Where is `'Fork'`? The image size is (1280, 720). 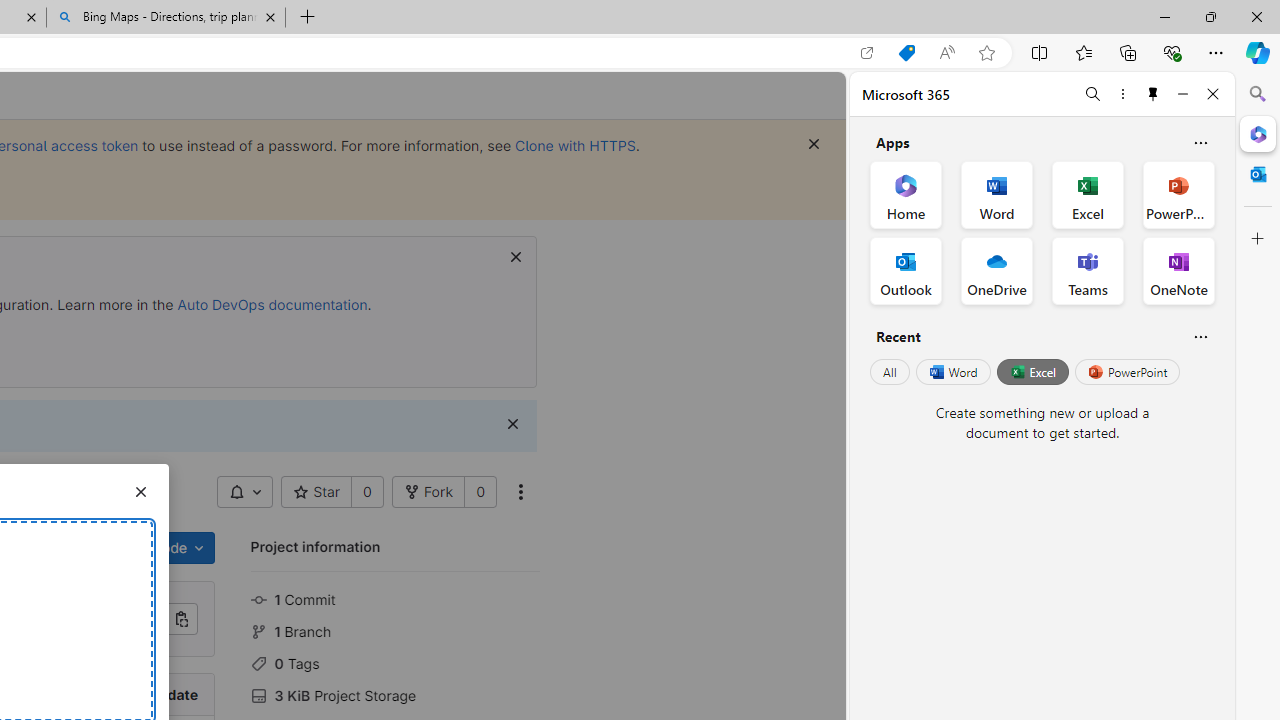
'Fork' is located at coordinates (427, 492).